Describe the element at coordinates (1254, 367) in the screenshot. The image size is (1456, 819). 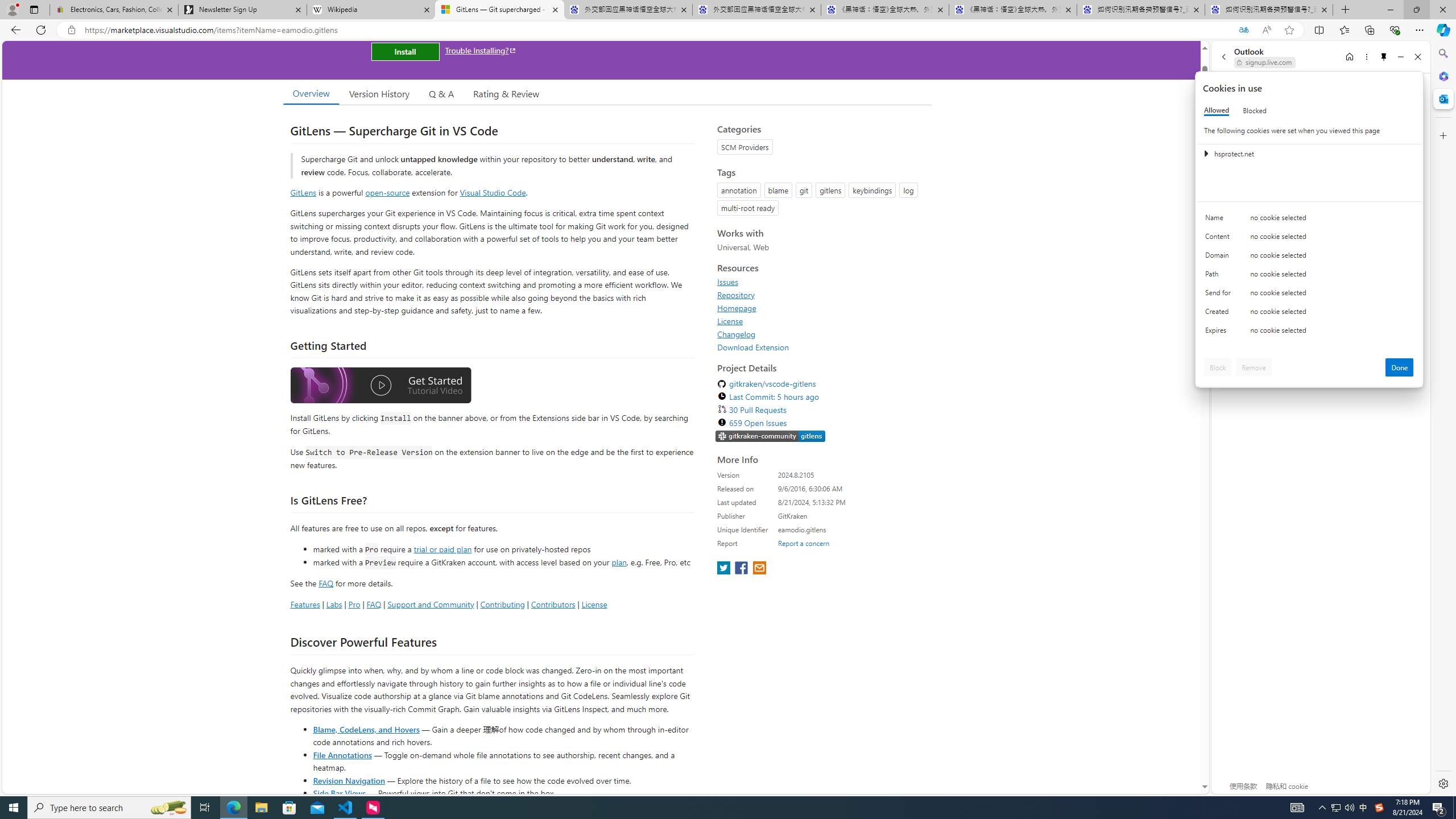
I see `'Remove'` at that location.